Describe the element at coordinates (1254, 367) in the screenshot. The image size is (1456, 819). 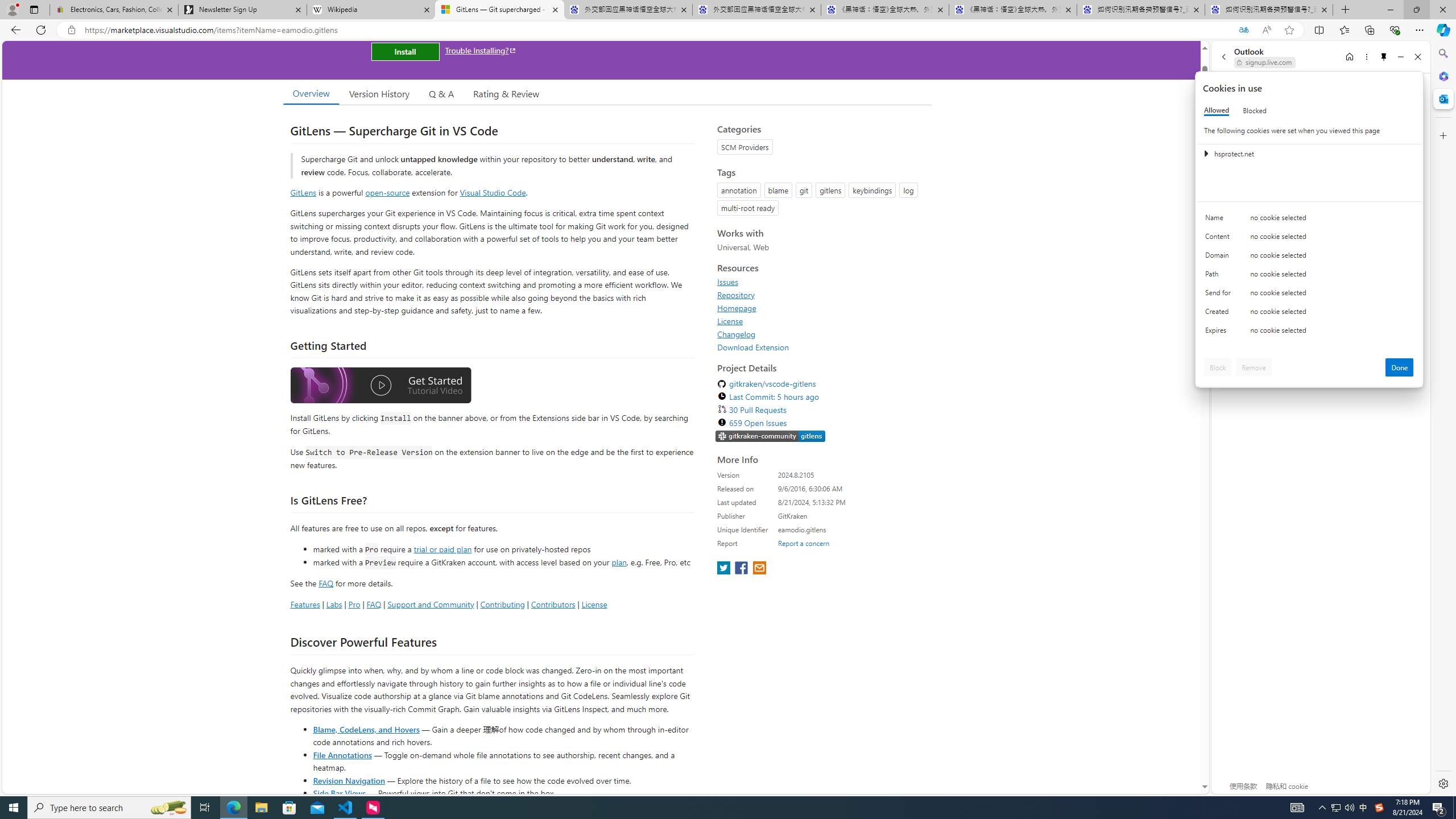
I see `'Remove'` at that location.